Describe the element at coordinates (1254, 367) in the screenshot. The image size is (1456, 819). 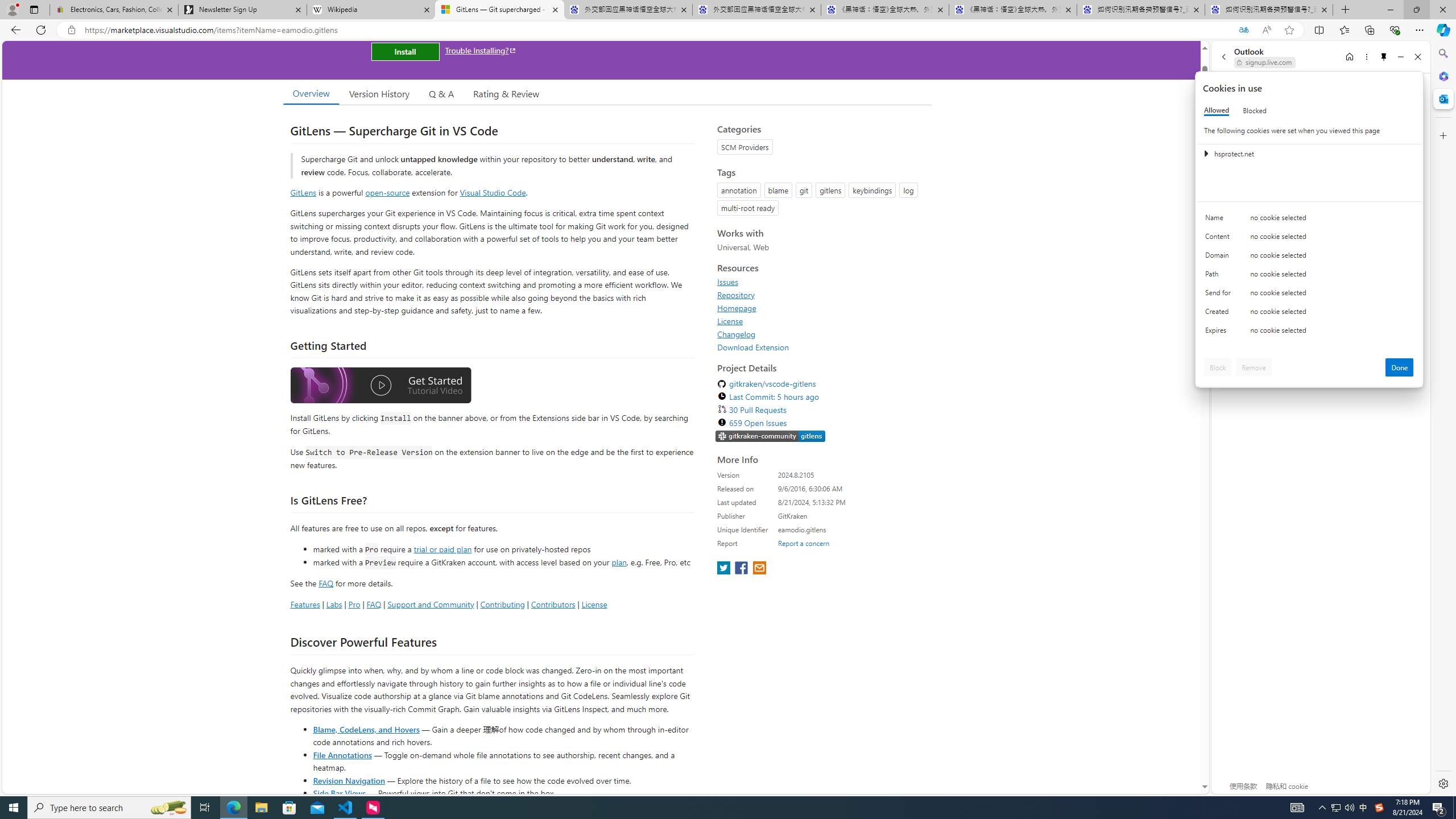
I see `'Remove'` at that location.